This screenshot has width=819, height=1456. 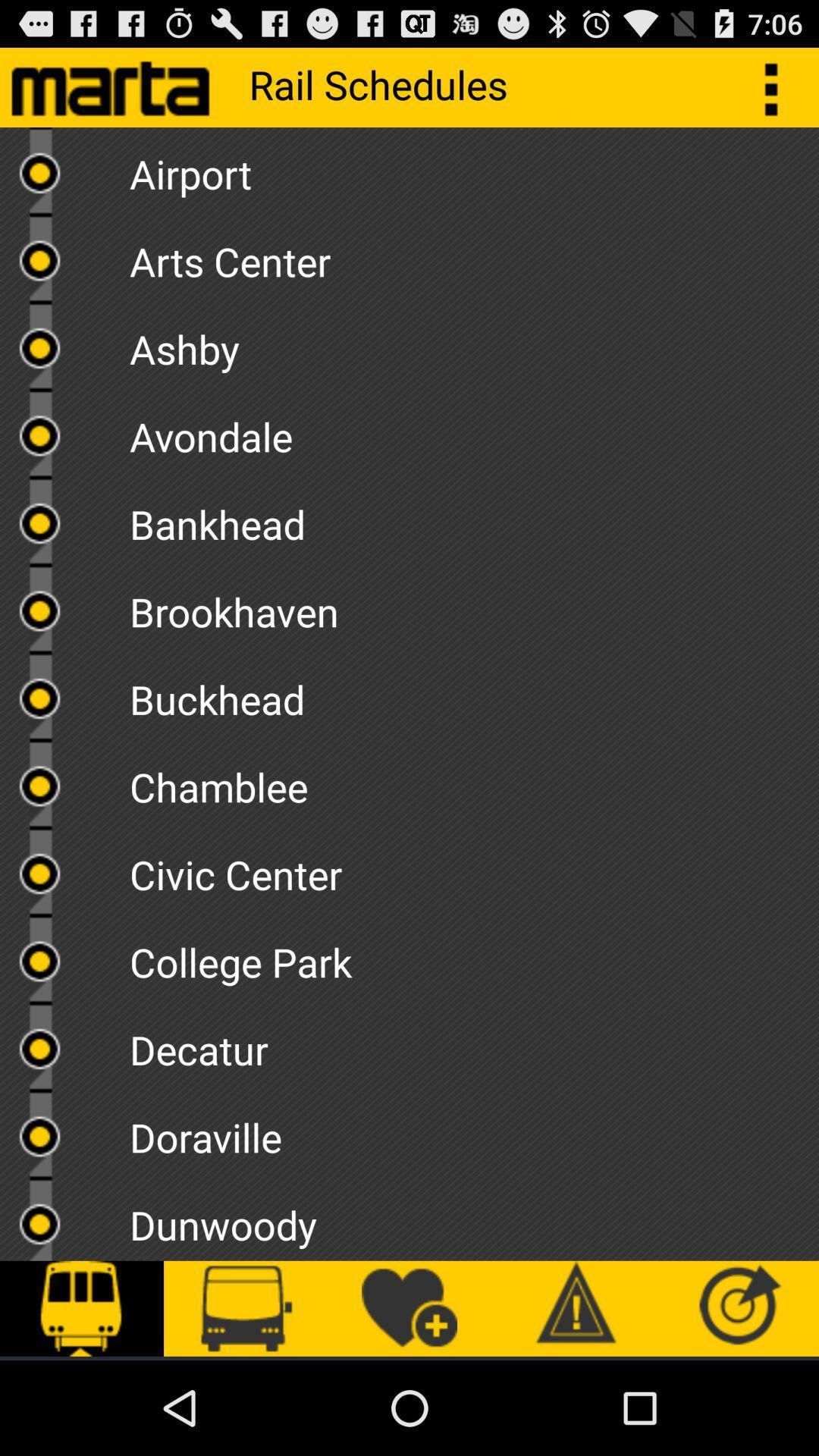 What do you see at coordinates (473, 693) in the screenshot?
I see `buckhead` at bounding box center [473, 693].